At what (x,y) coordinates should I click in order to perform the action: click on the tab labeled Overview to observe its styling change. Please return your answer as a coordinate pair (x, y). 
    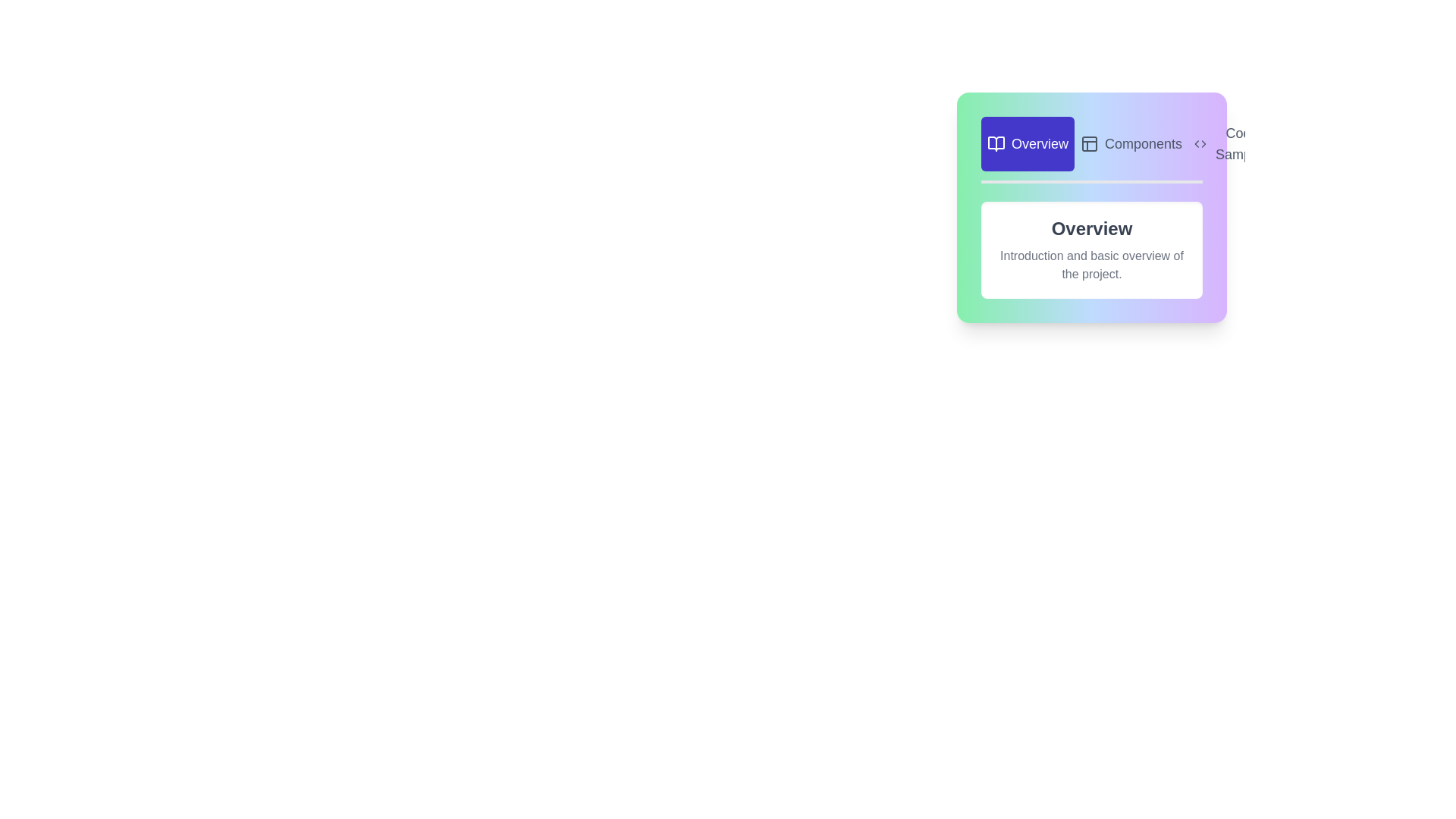
    Looking at the image, I should click on (1027, 143).